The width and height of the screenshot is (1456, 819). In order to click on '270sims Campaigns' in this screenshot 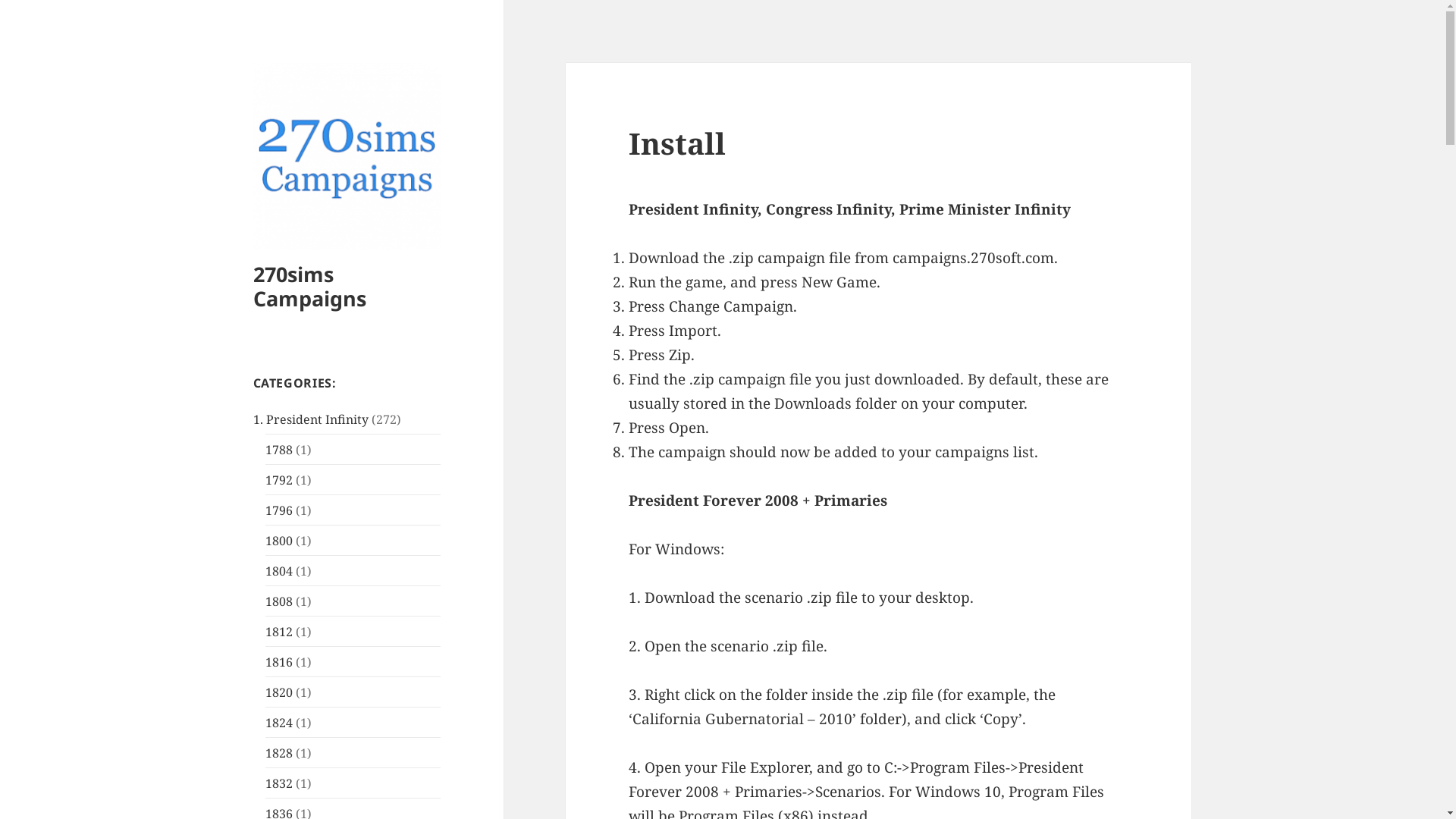, I will do `click(309, 286)`.